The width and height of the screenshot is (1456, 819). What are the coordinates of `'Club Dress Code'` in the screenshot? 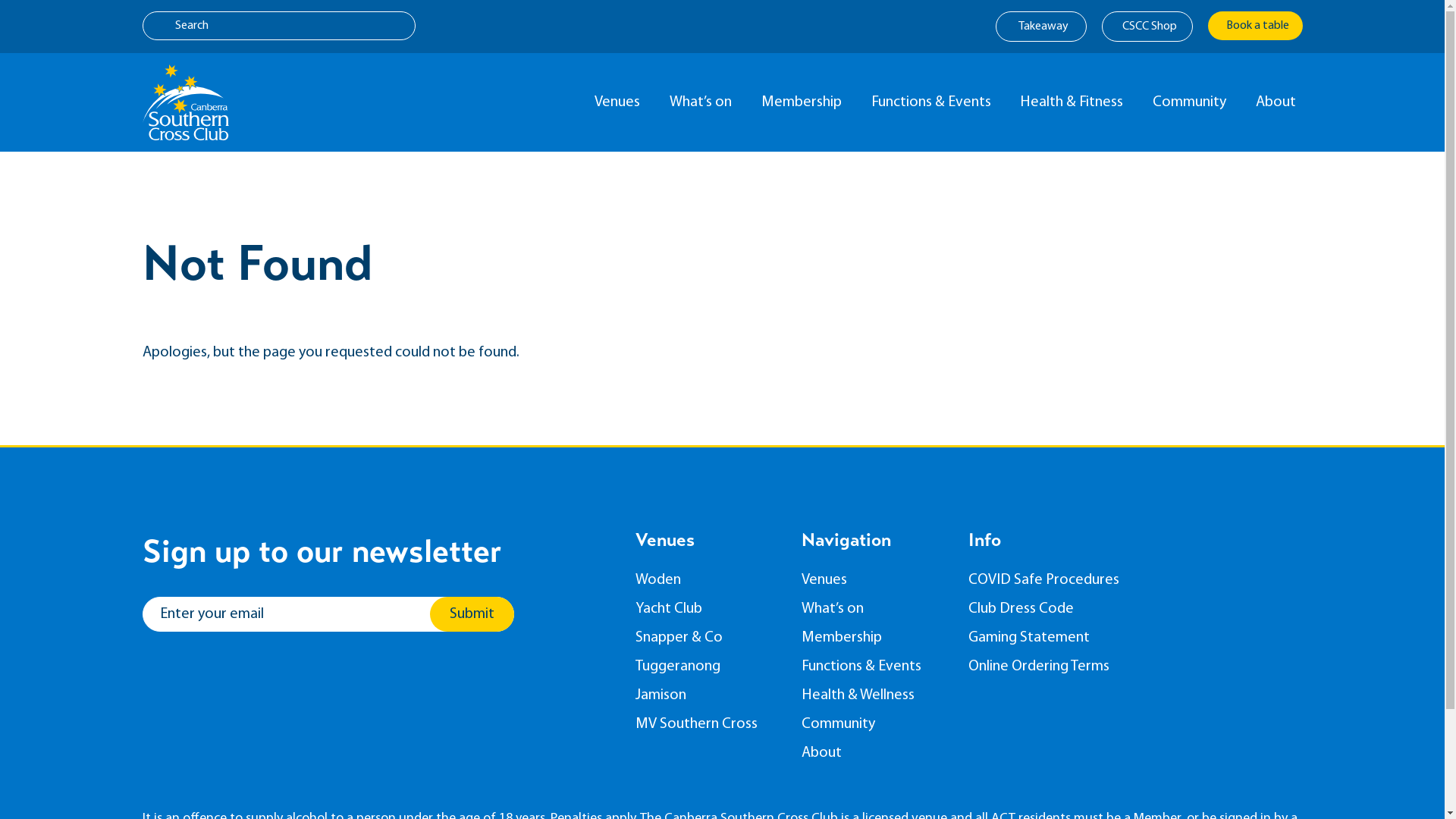 It's located at (1051, 607).